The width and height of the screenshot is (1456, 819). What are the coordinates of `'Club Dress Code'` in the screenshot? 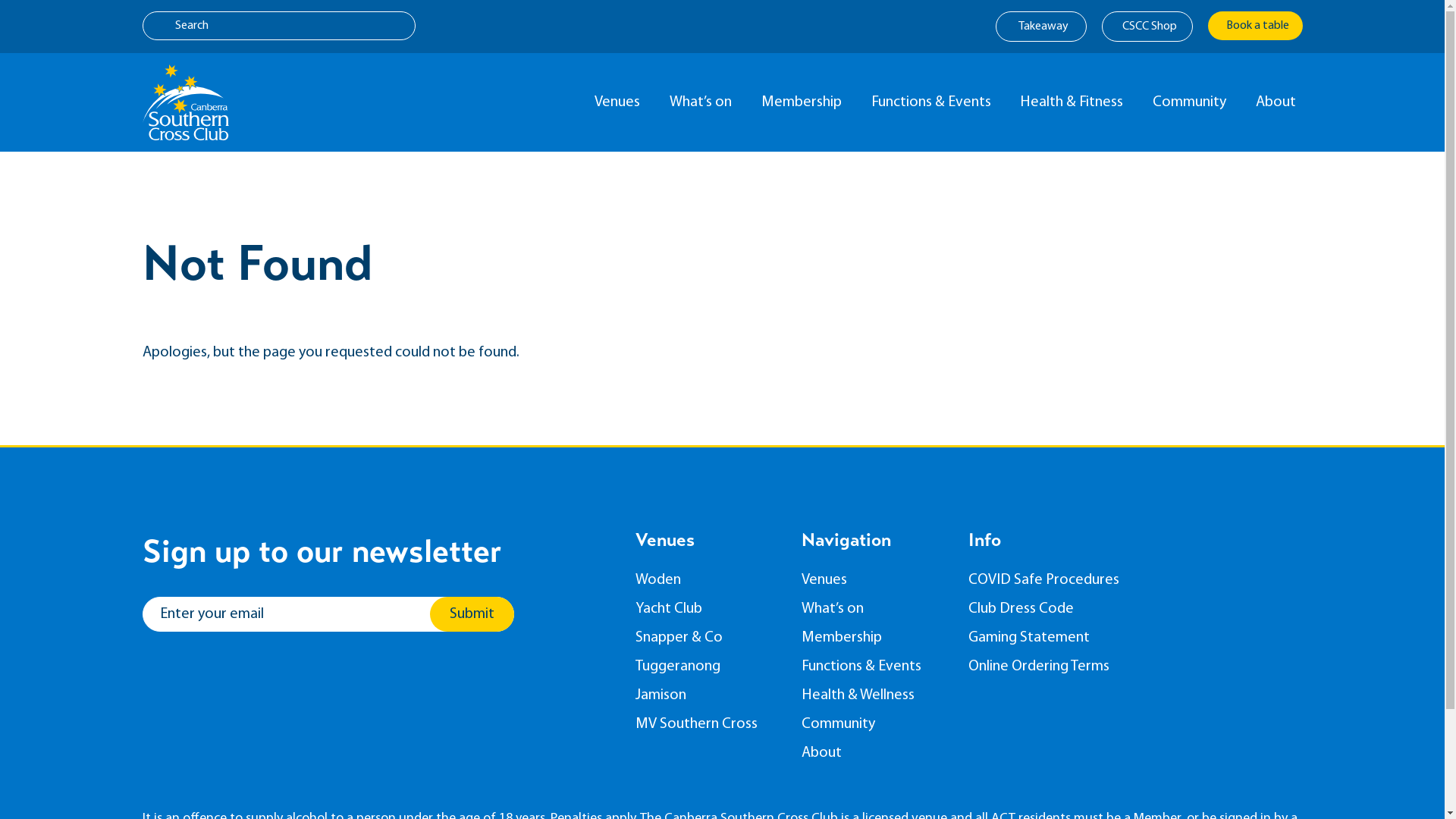 It's located at (1051, 607).